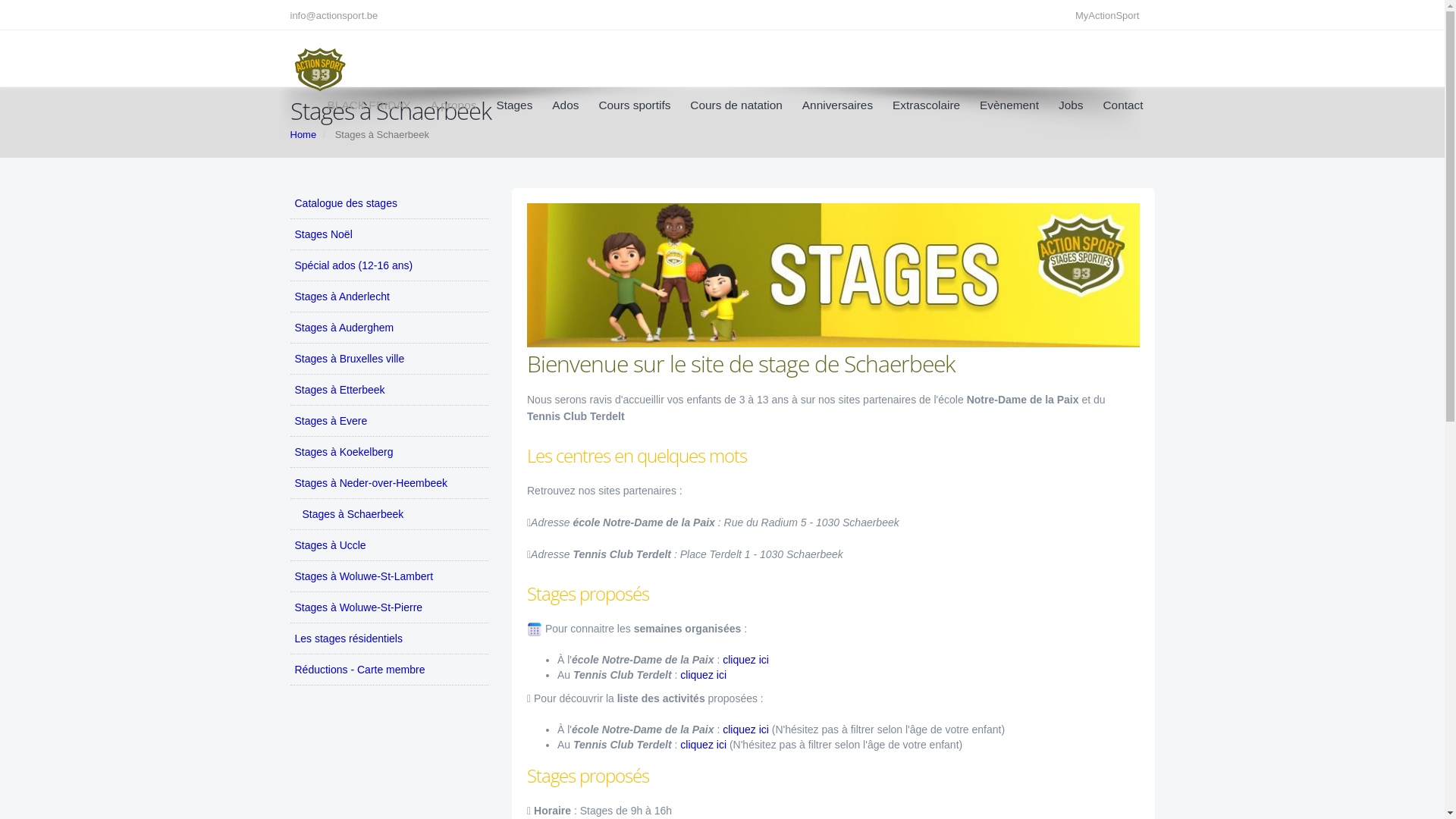 The height and width of the screenshot is (819, 1456). Describe the element at coordinates (1111, 15) in the screenshot. I see `'MyActionSport'` at that location.